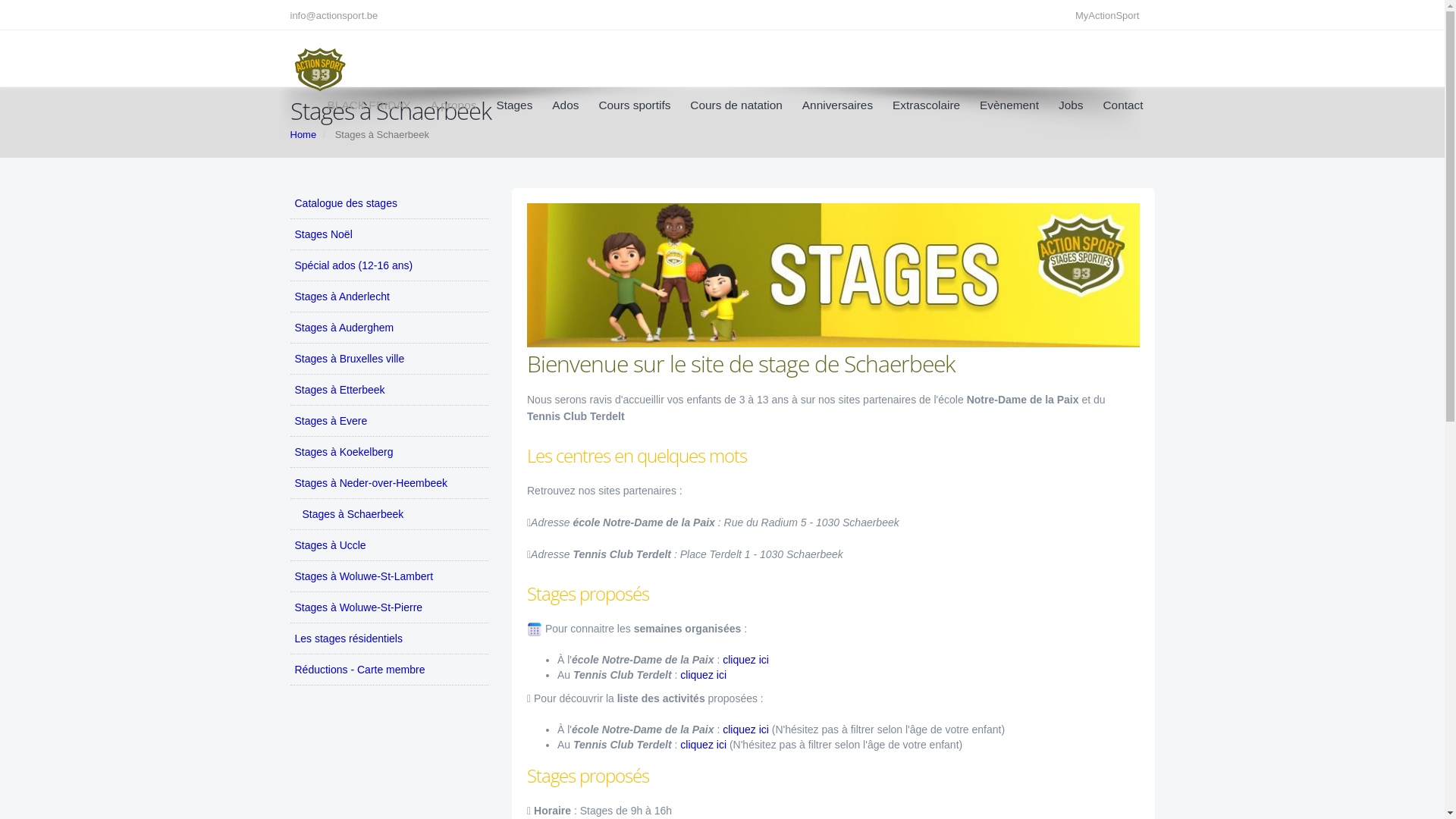 The height and width of the screenshot is (819, 1456). Describe the element at coordinates (1111, 15) in the screenshot. I see `'MyActionSport'` at that location.